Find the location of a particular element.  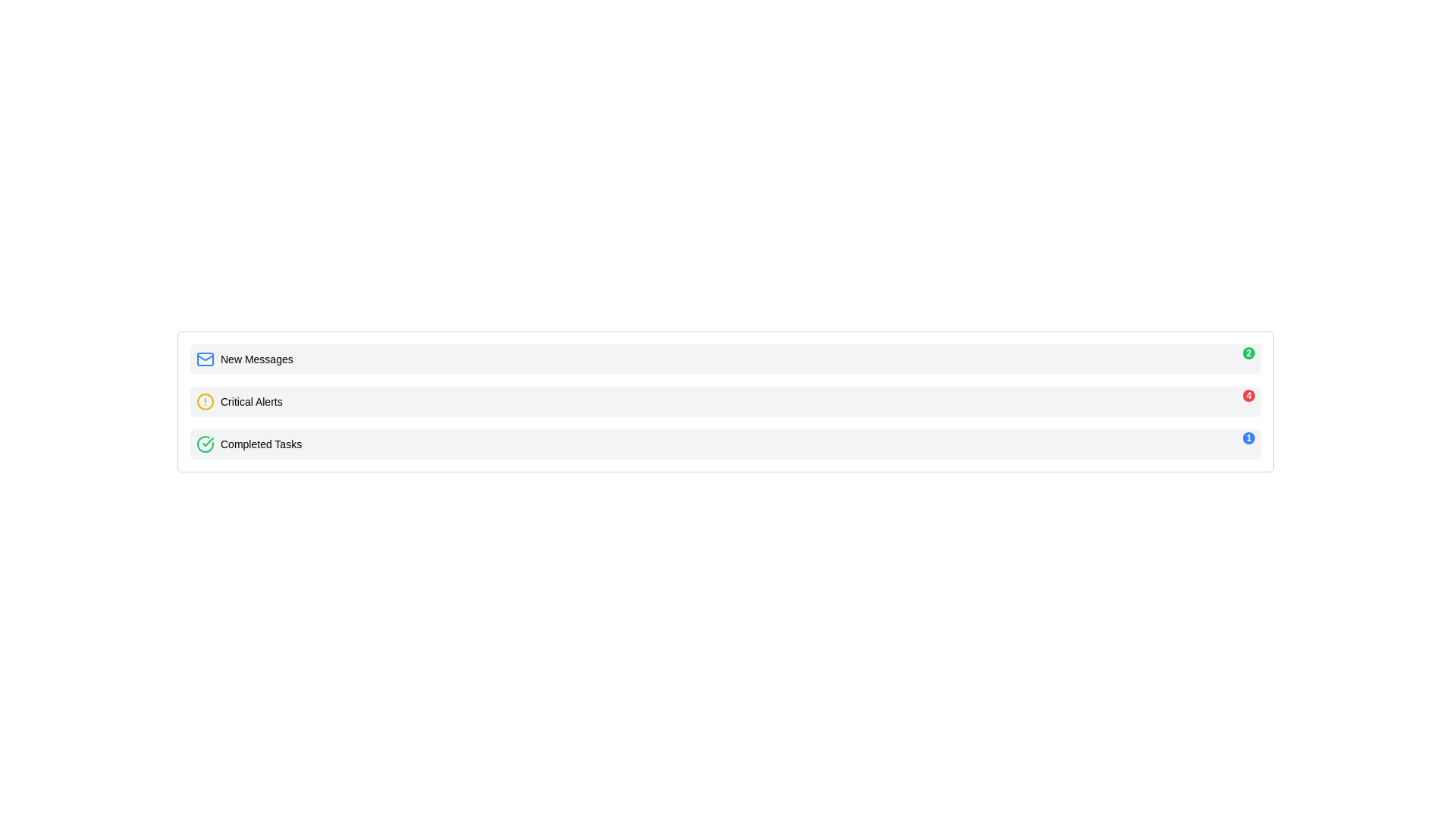

the green circular checkmark icon that indicates a completed task, located to the left of the text 'Completed Tasks' is located at coordinates (204, 444).